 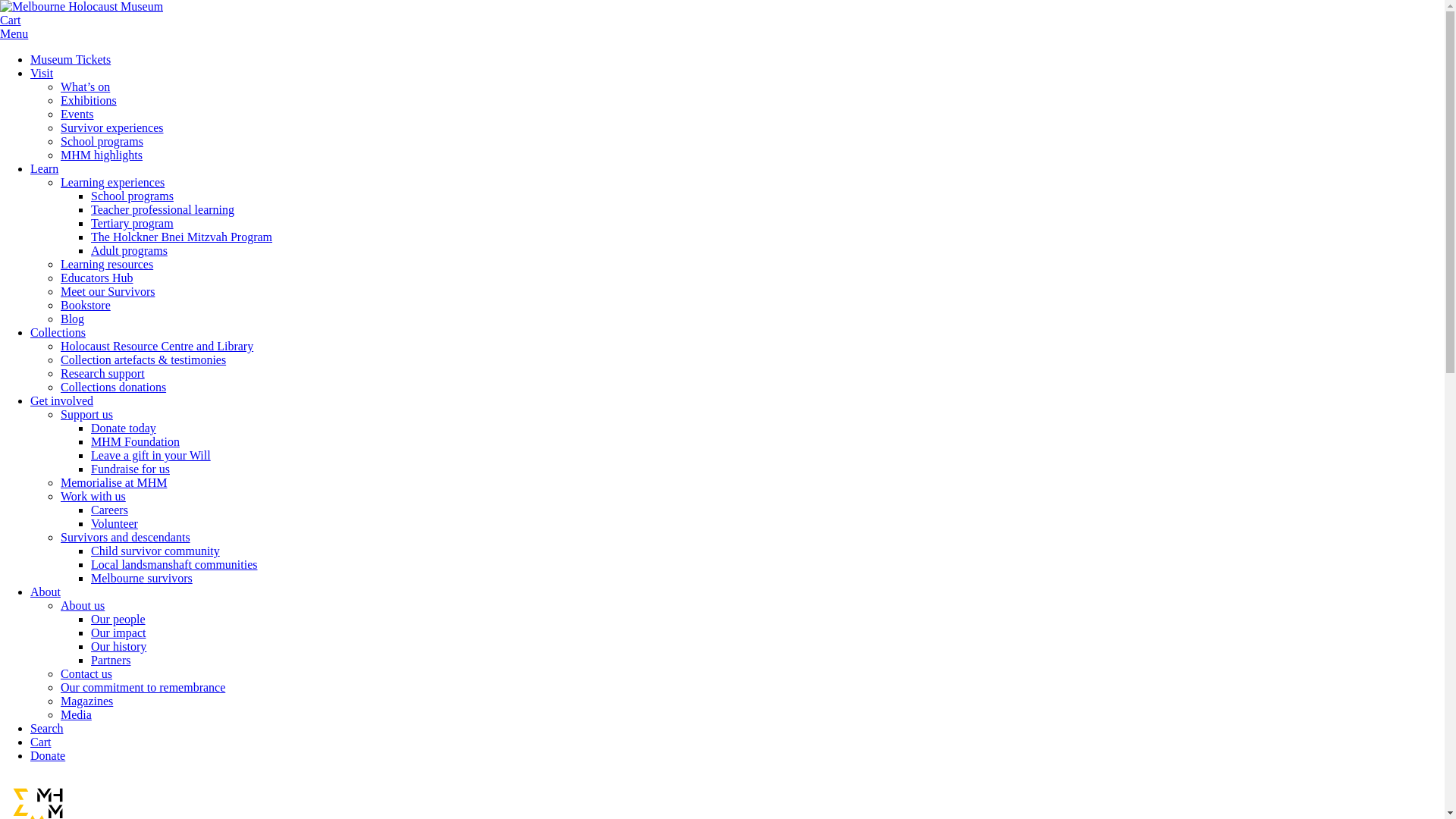 I want to click on 'Media', so click(x=75, y=714).